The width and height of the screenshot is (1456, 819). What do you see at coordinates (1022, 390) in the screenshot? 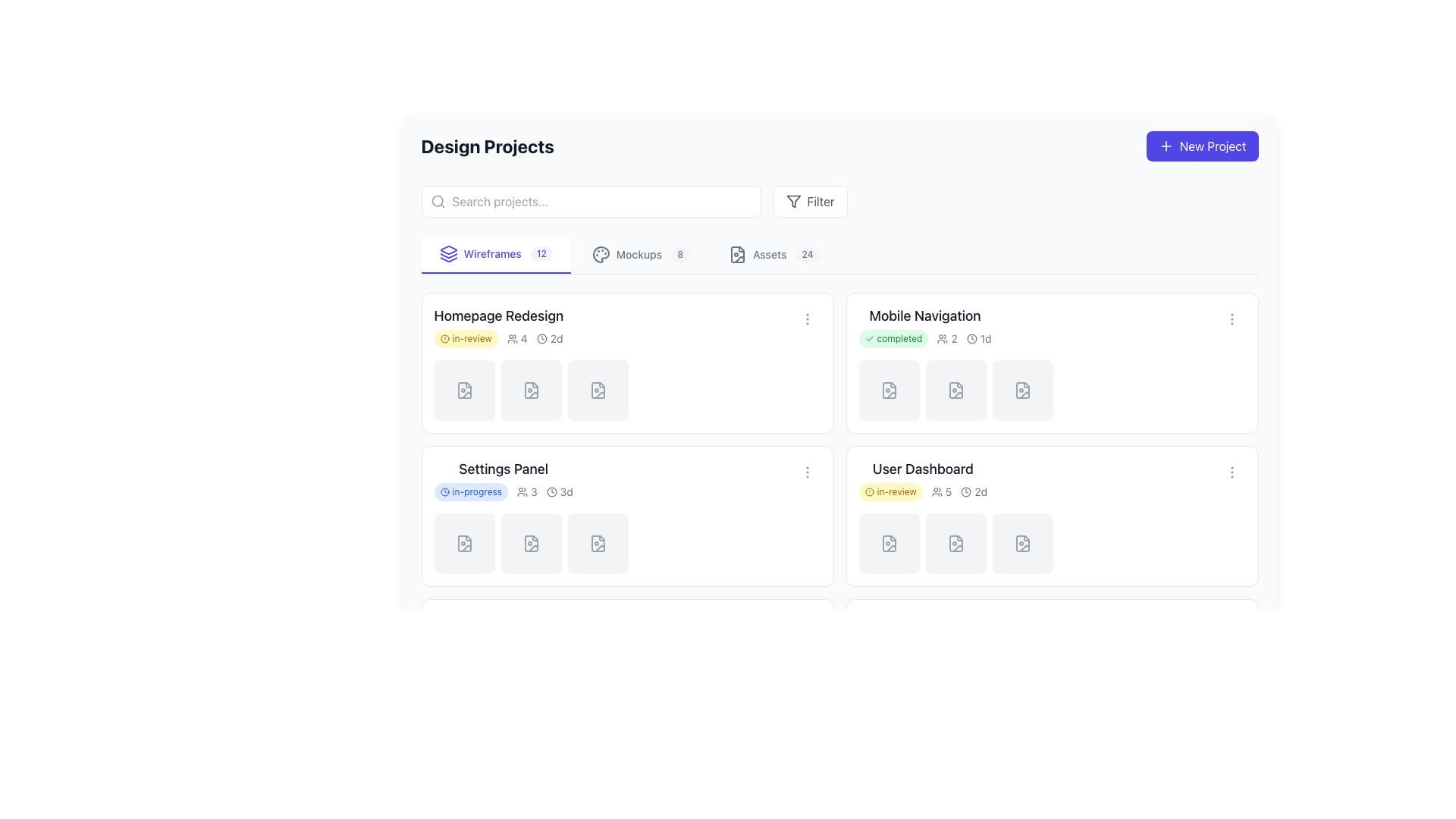
I see `the third icon from the left in the 'Mobile Navigation' section, located in the top-right quadrant of the interface` at bounding box center [1022, 390].